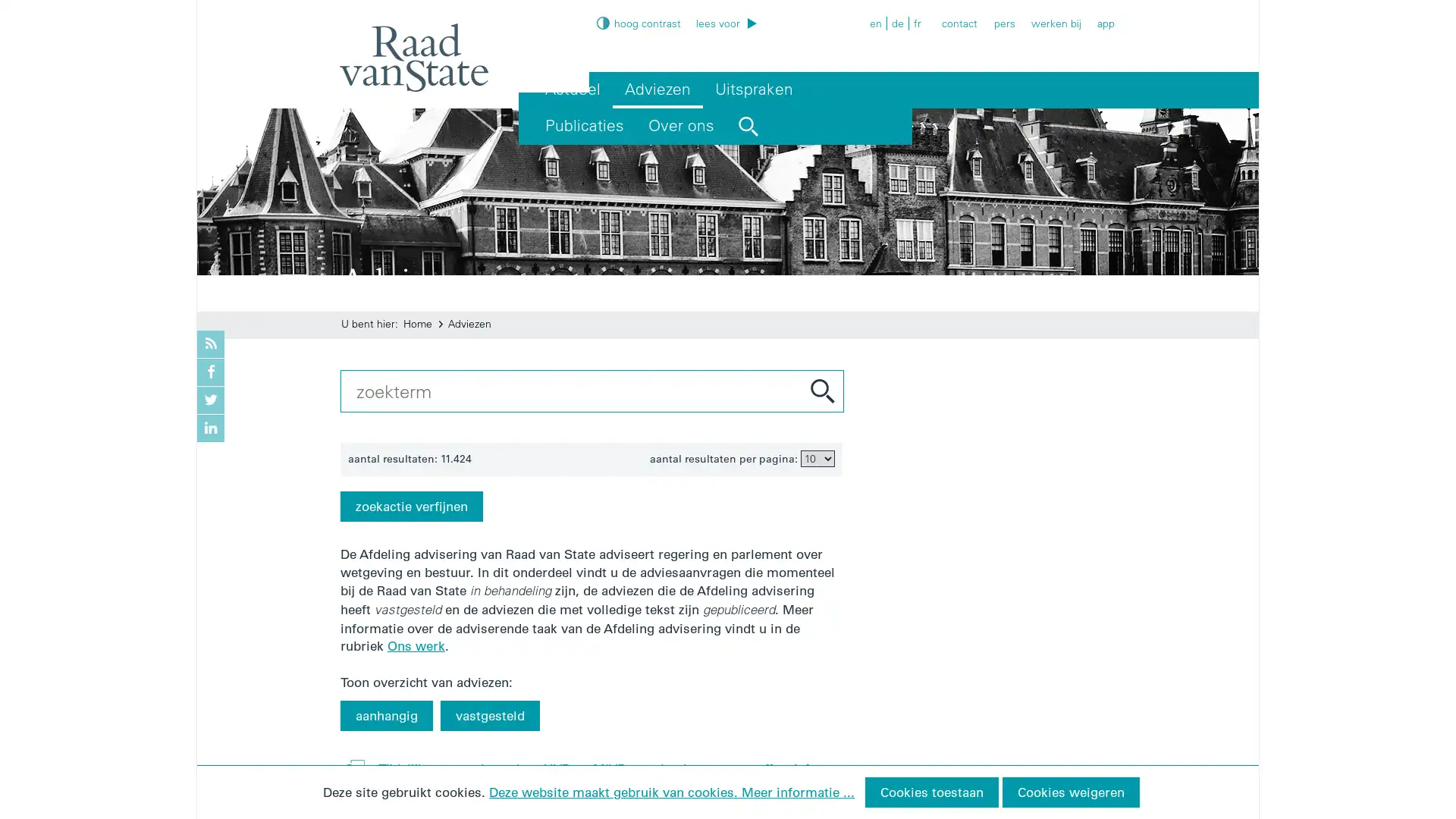 The height and width of the screenshot is (819, 1456). I want to click on Cookies weigeren, so click(1069, 792).